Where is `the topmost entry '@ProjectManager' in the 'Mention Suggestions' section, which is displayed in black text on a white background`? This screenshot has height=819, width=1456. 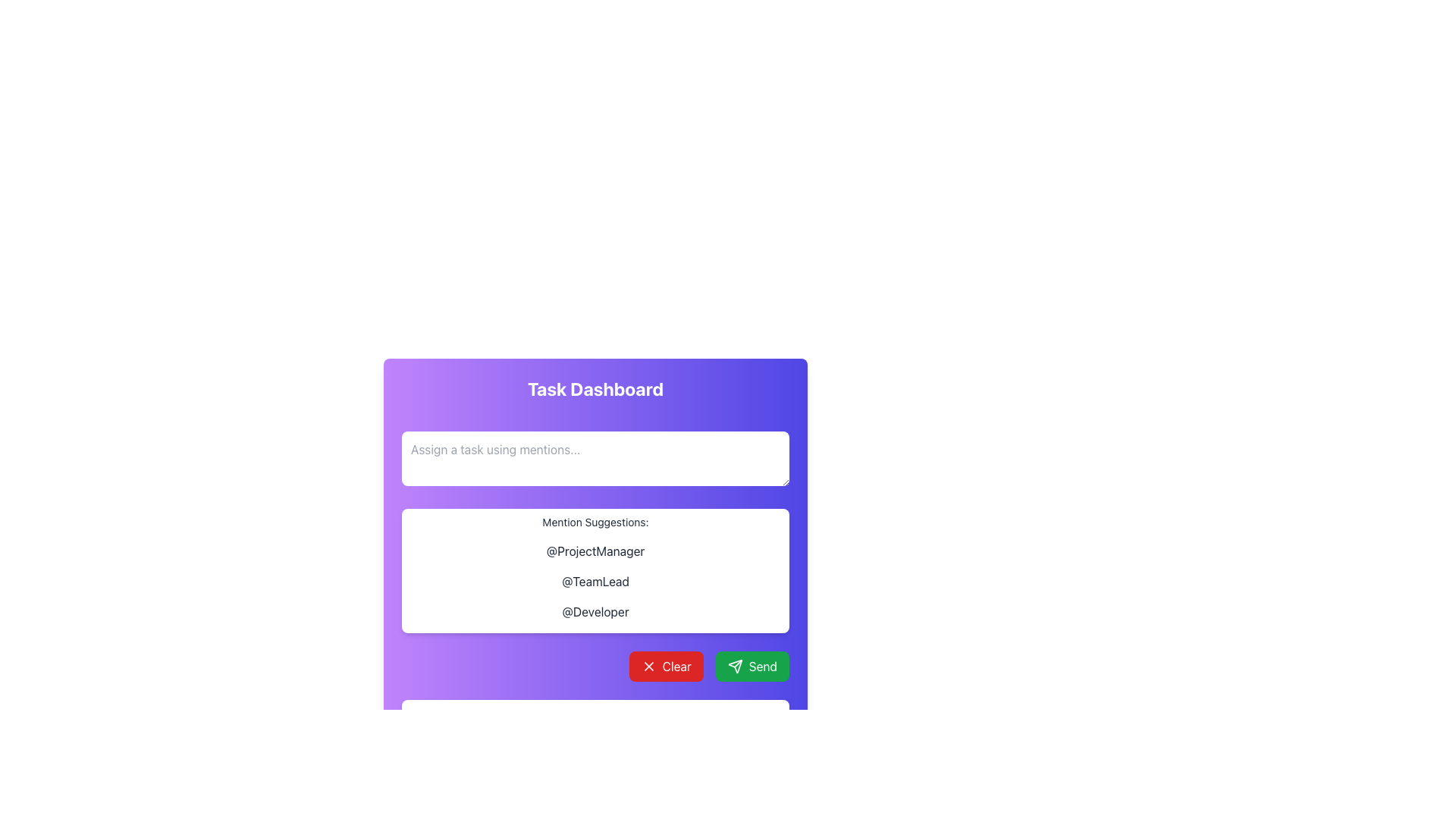 the topmost entry '@ProjectManager' in the 'Mention Suggestions' section, which is displayed in black text on a white background is located at coordinates (595, 551).